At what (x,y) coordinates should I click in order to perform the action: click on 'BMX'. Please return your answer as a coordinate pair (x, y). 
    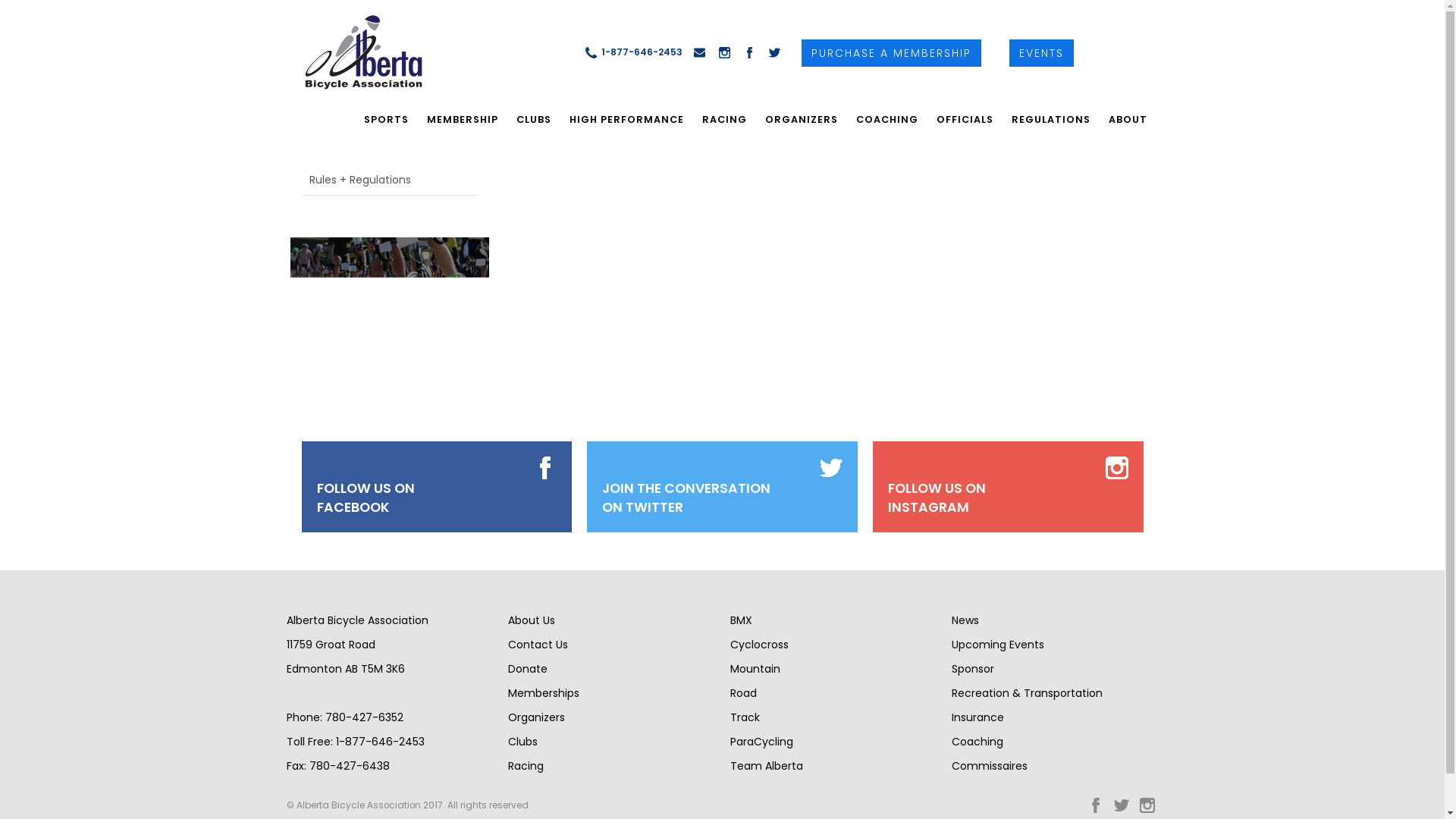
    Looking at the image, I should click on (740, 620).